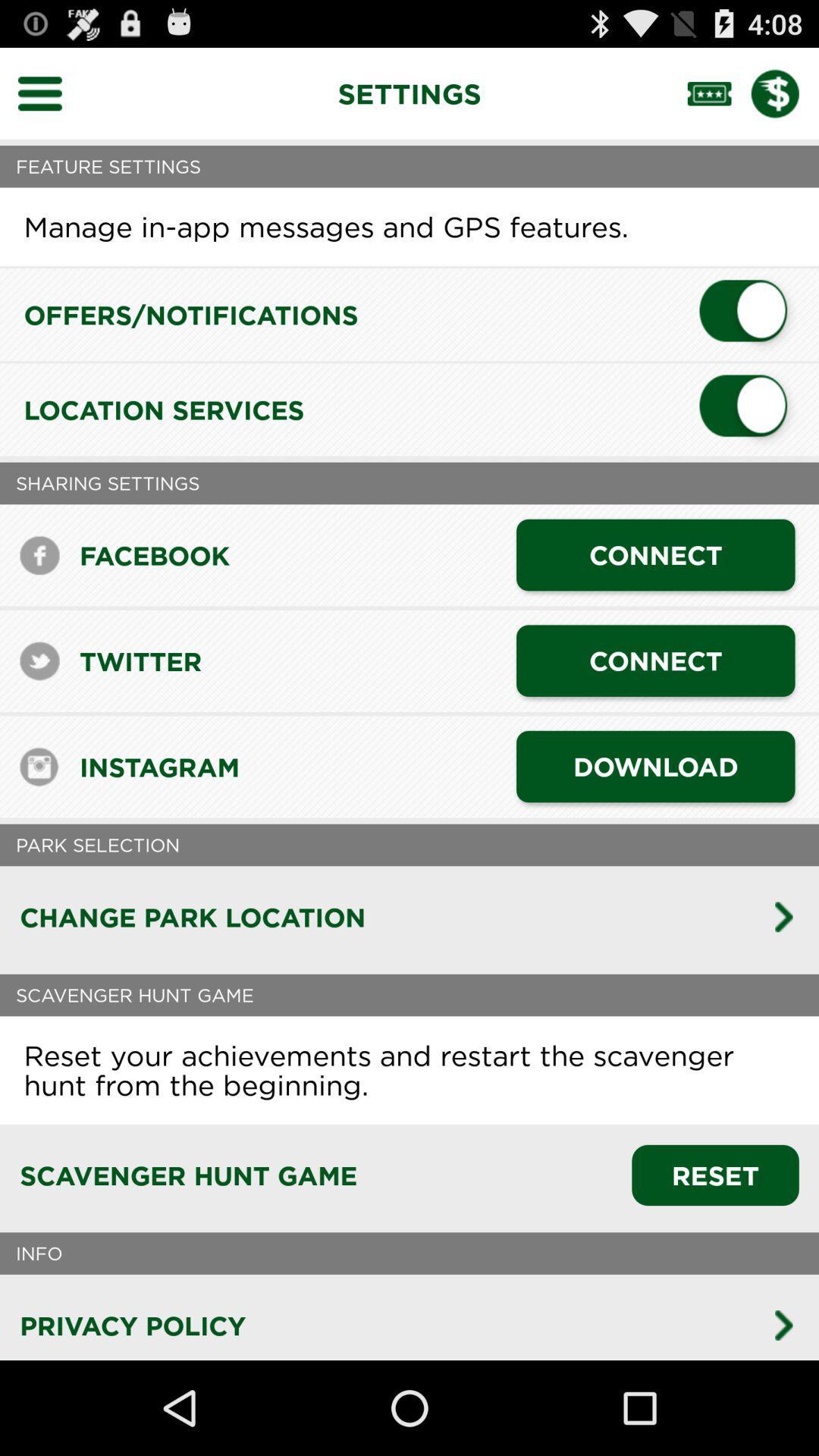 The image size is (819, 1456). Describe the element at coordinates (718, 93) in the screenshot. I see `tickets` at that location.